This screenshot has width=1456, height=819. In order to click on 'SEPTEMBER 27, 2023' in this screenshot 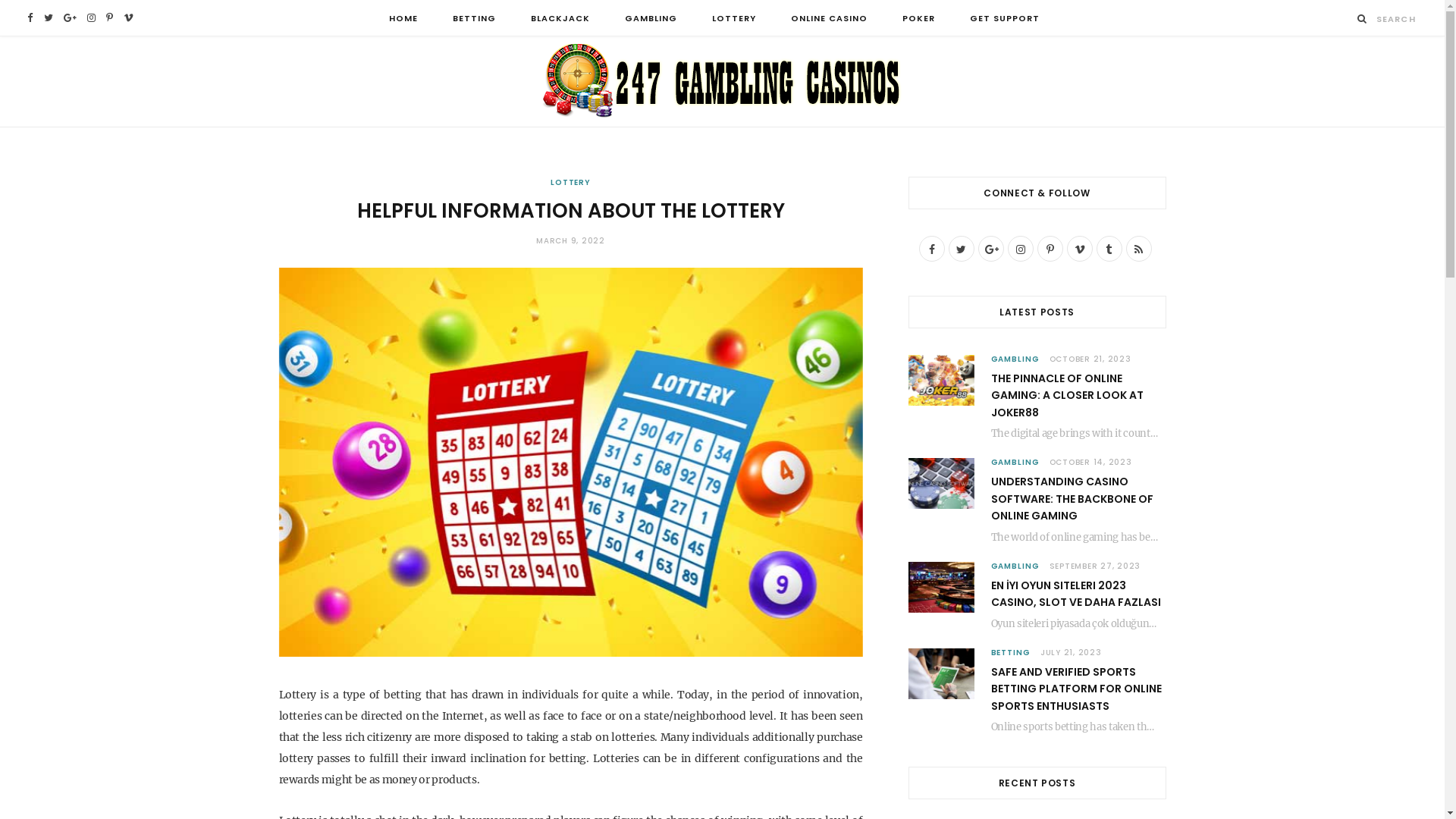, I will do `click(1048, 566)`.